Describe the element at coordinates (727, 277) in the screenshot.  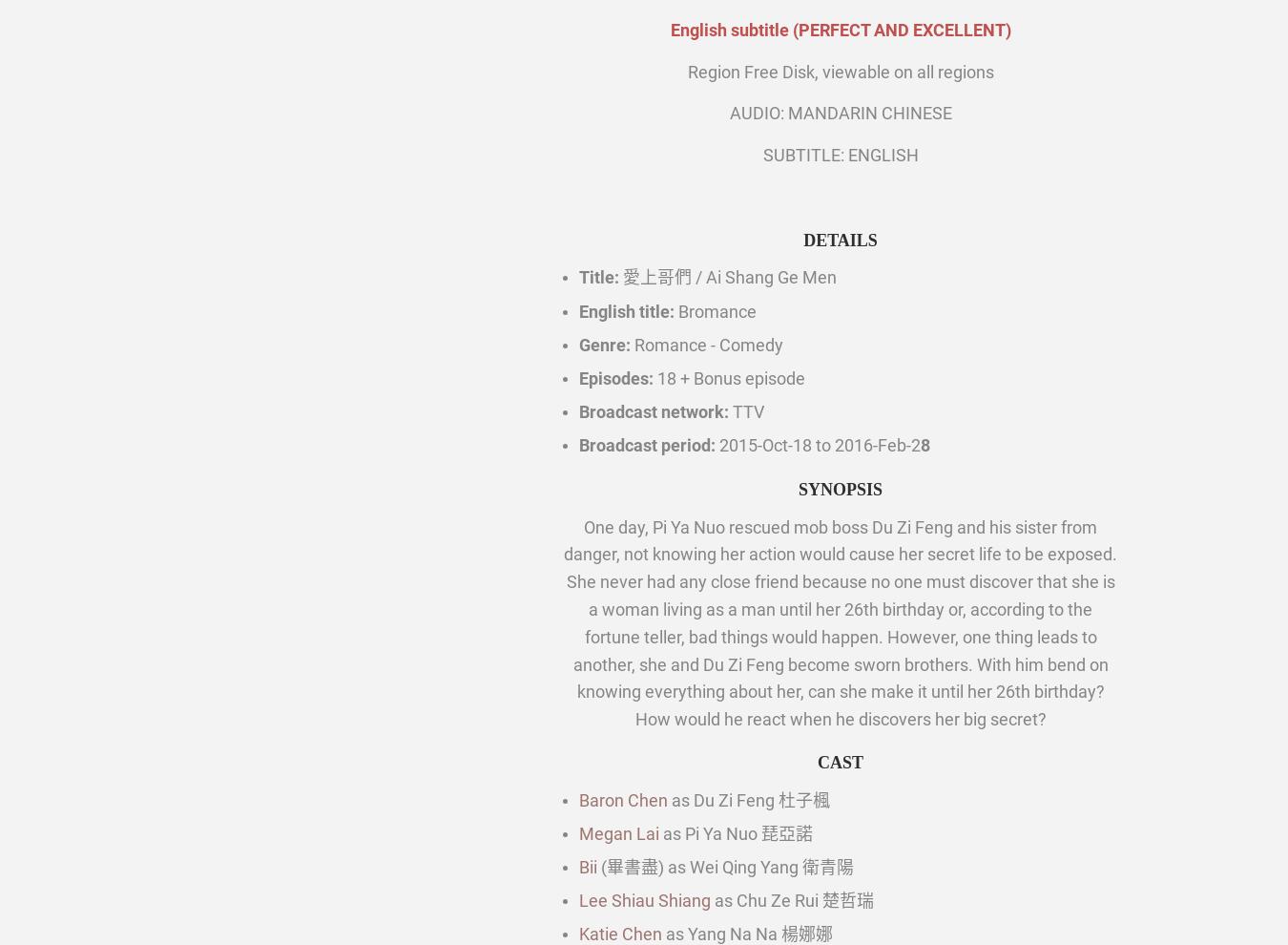
I see `'愛上哥們 / Ai Shang Ge Men'` at that location.